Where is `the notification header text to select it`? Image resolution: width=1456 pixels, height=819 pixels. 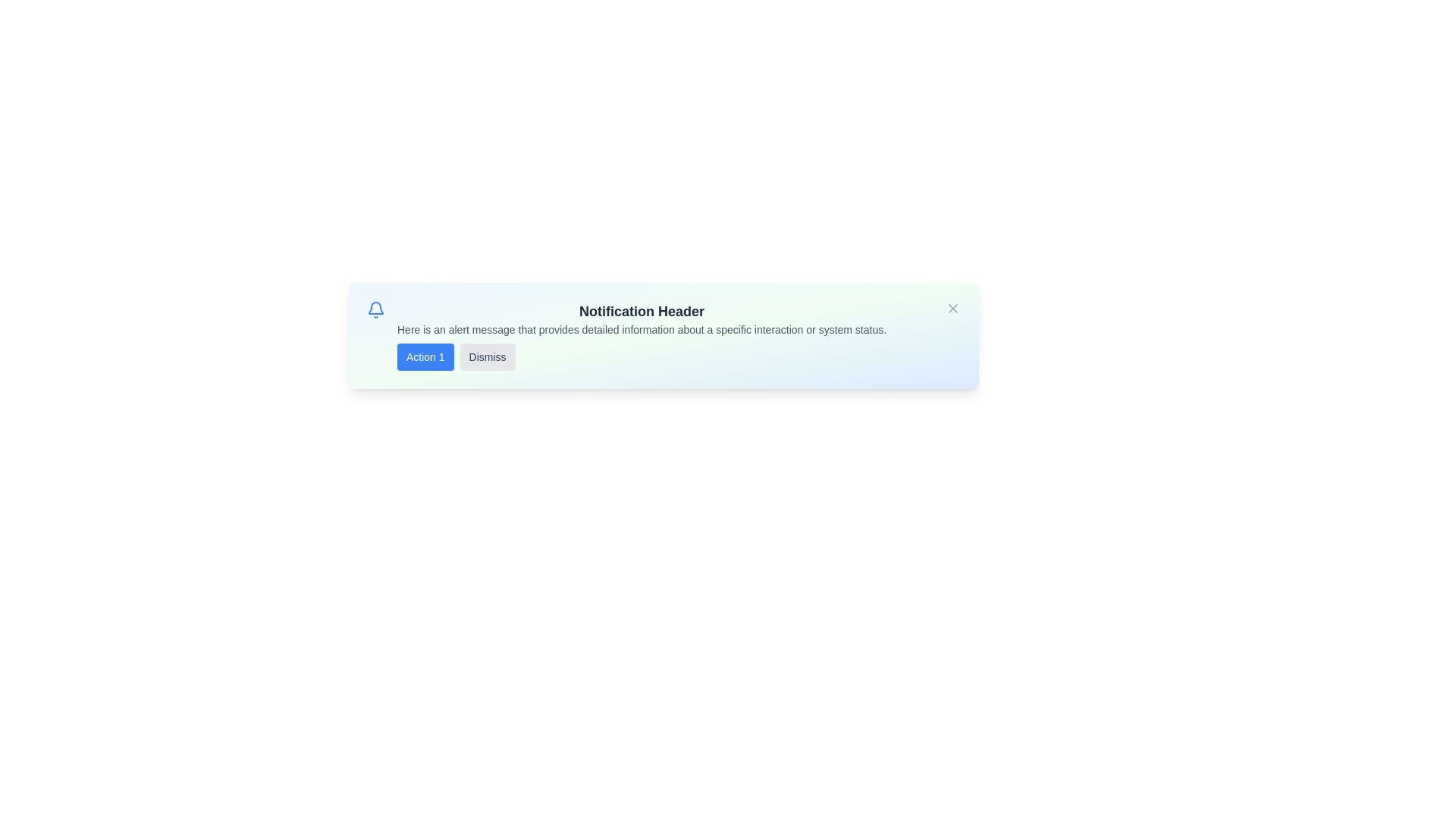 the notification header text to select it is located at coordinates (642, 311).